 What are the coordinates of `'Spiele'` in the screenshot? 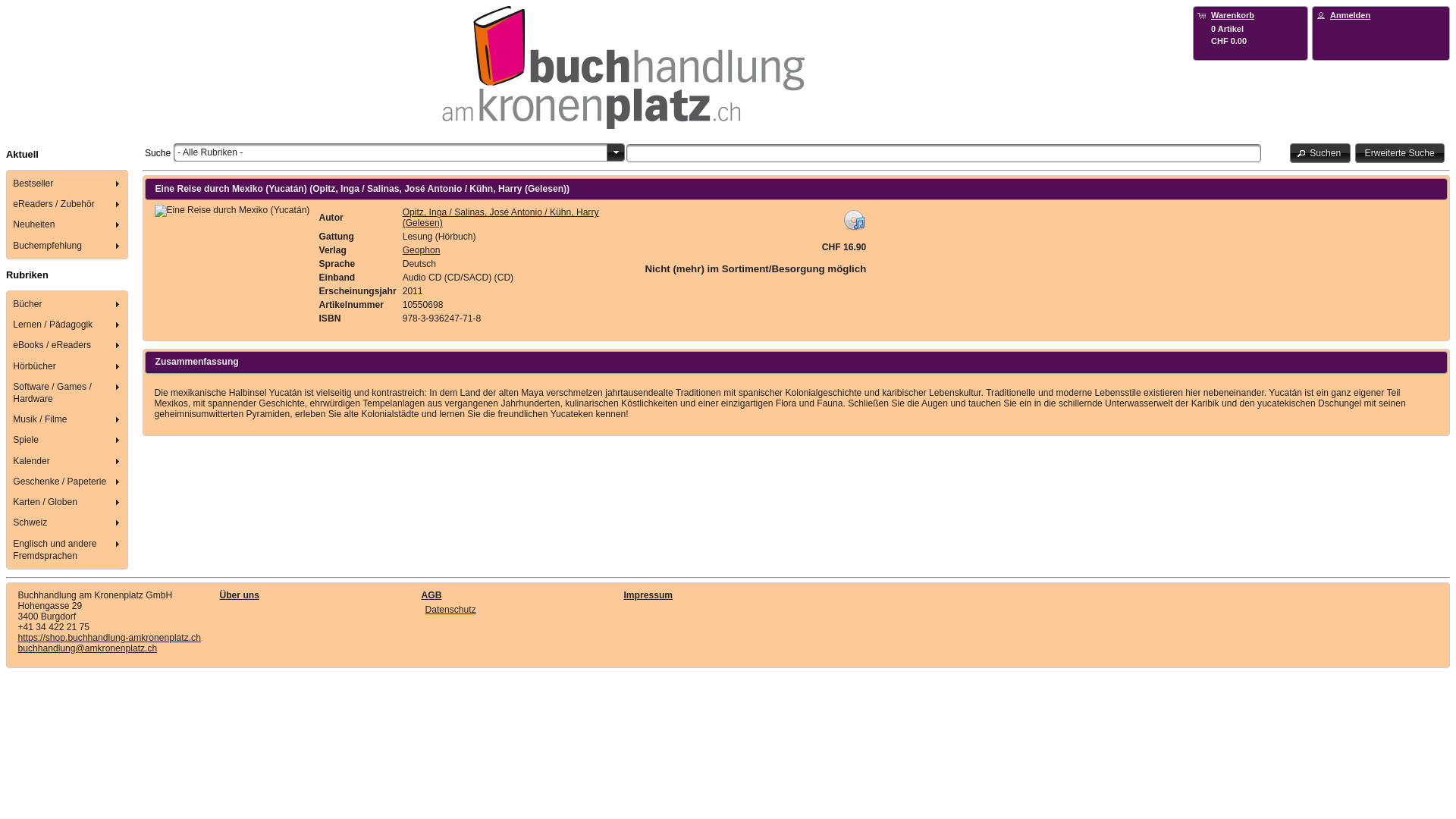 It's located at (67, 440).